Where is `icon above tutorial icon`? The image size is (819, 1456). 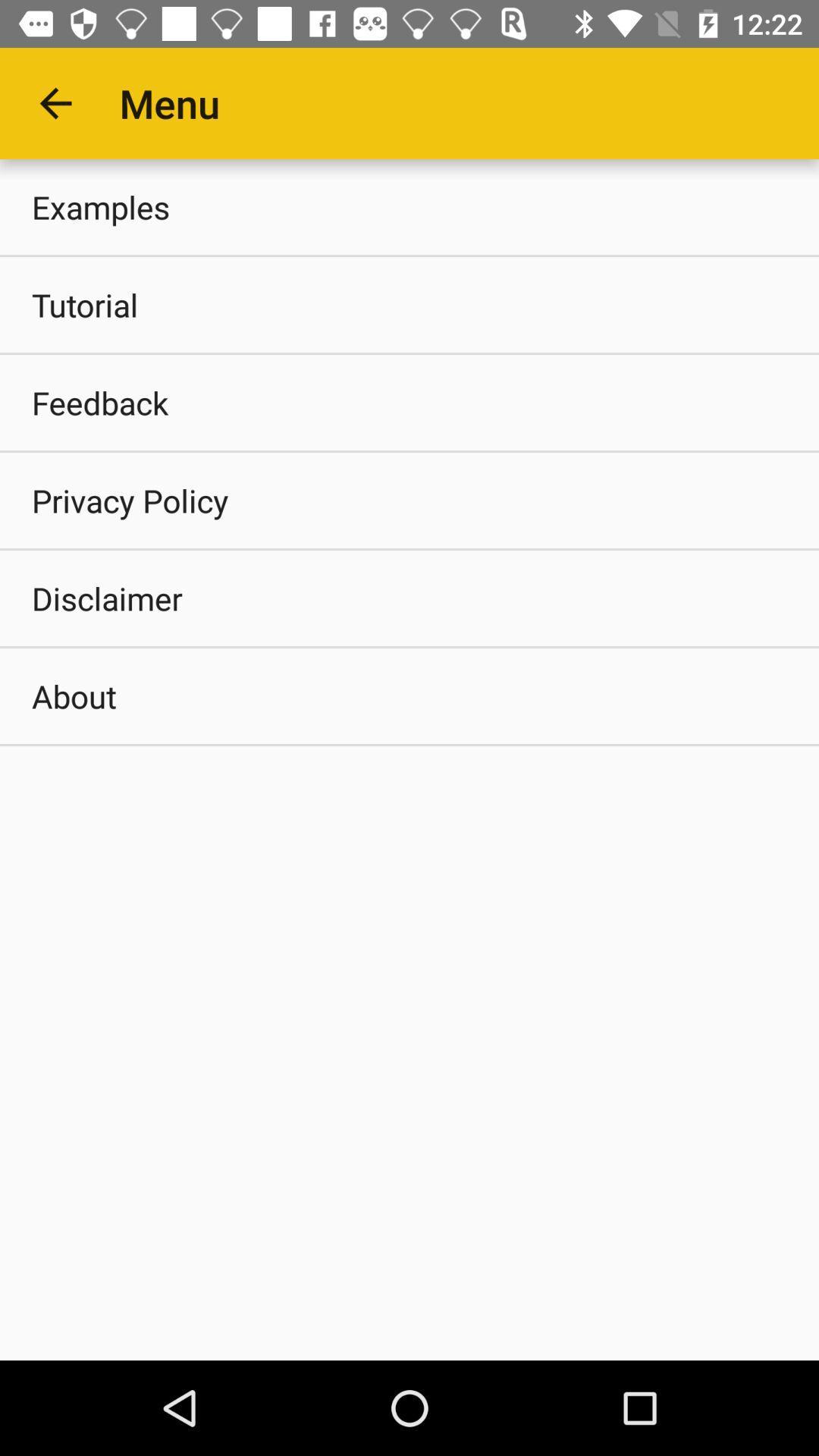
icon above tutorial icon is located at coordinates (409, 206).